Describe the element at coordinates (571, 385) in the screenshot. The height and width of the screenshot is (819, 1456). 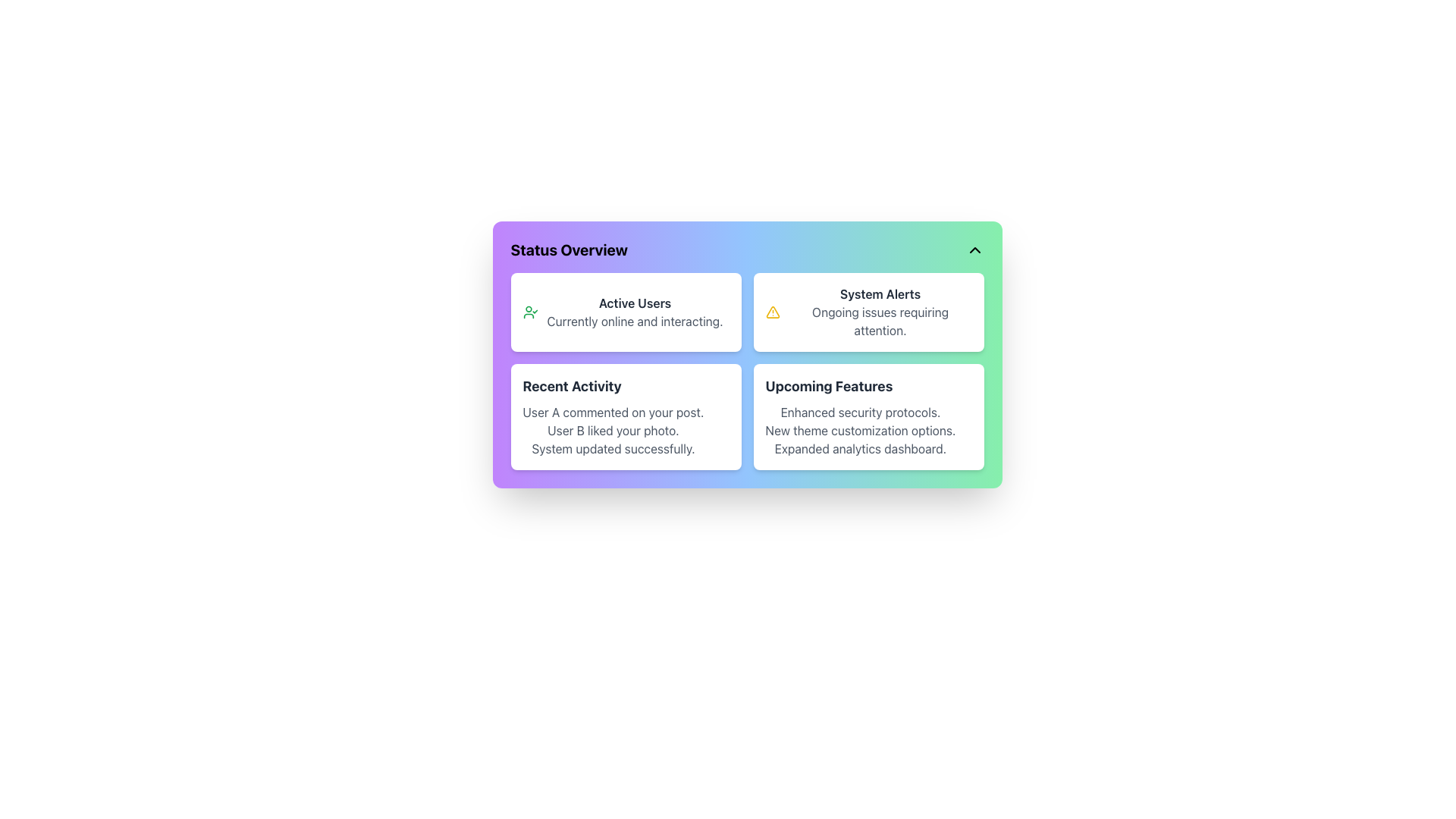
I see `the static text label or heading at the top of the card that indicates the subject or category of the content, which is located within a white rounded rectangle card in the bottom-left quadrant of the grid layout` at that location.